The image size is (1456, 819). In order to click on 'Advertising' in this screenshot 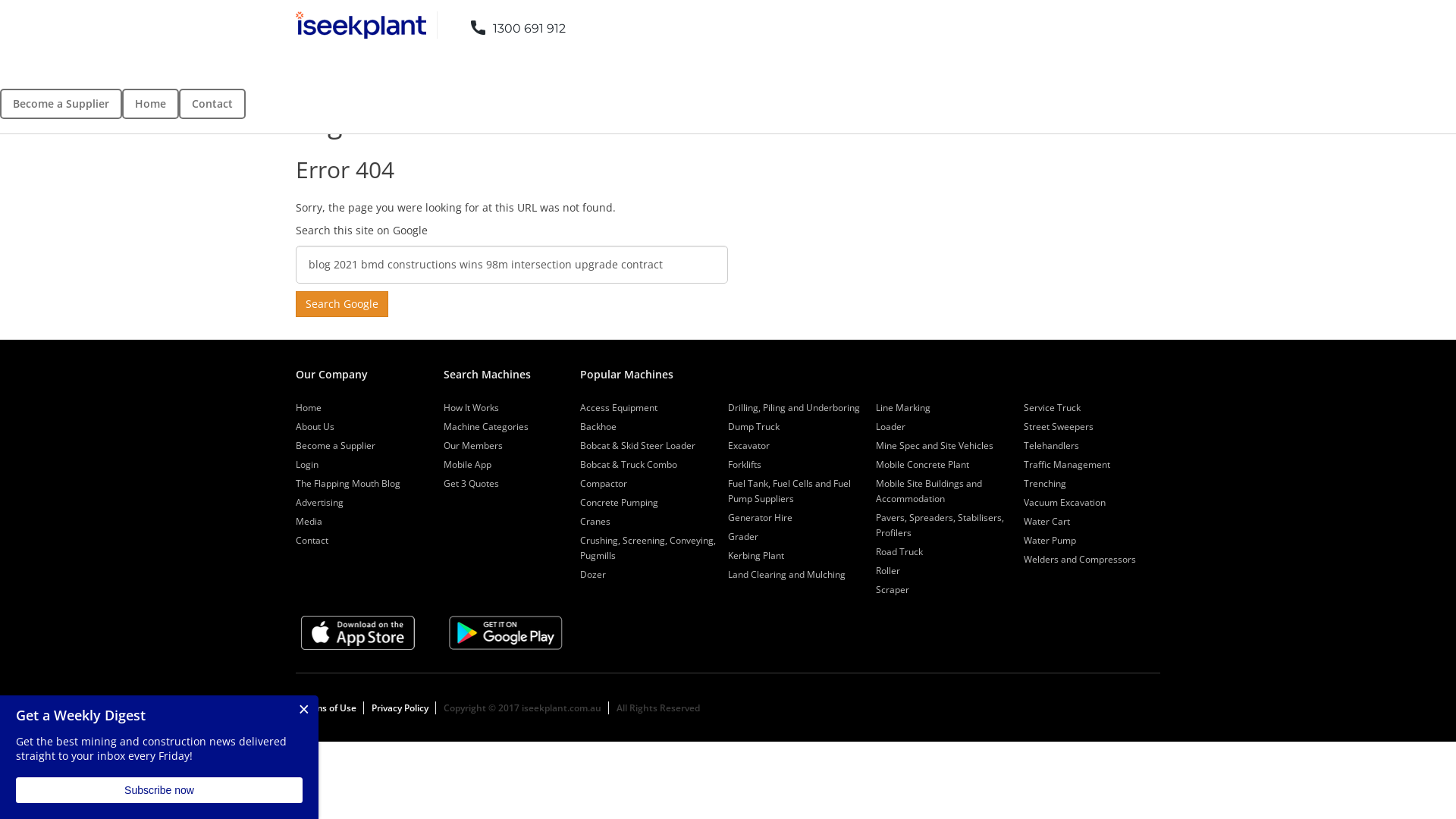, I will do `click(295, 502)`.